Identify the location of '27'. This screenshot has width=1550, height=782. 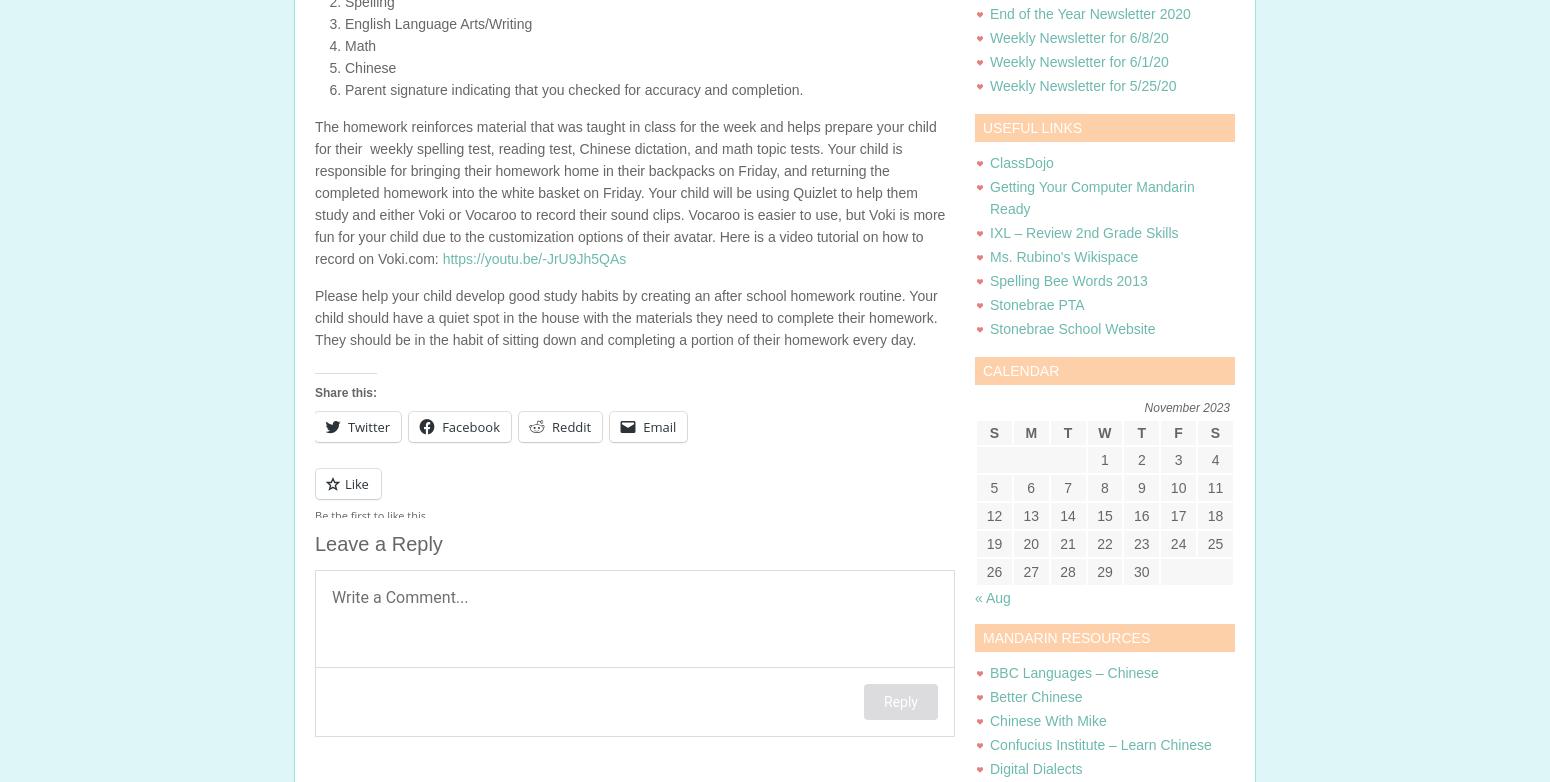
(1031, 572).